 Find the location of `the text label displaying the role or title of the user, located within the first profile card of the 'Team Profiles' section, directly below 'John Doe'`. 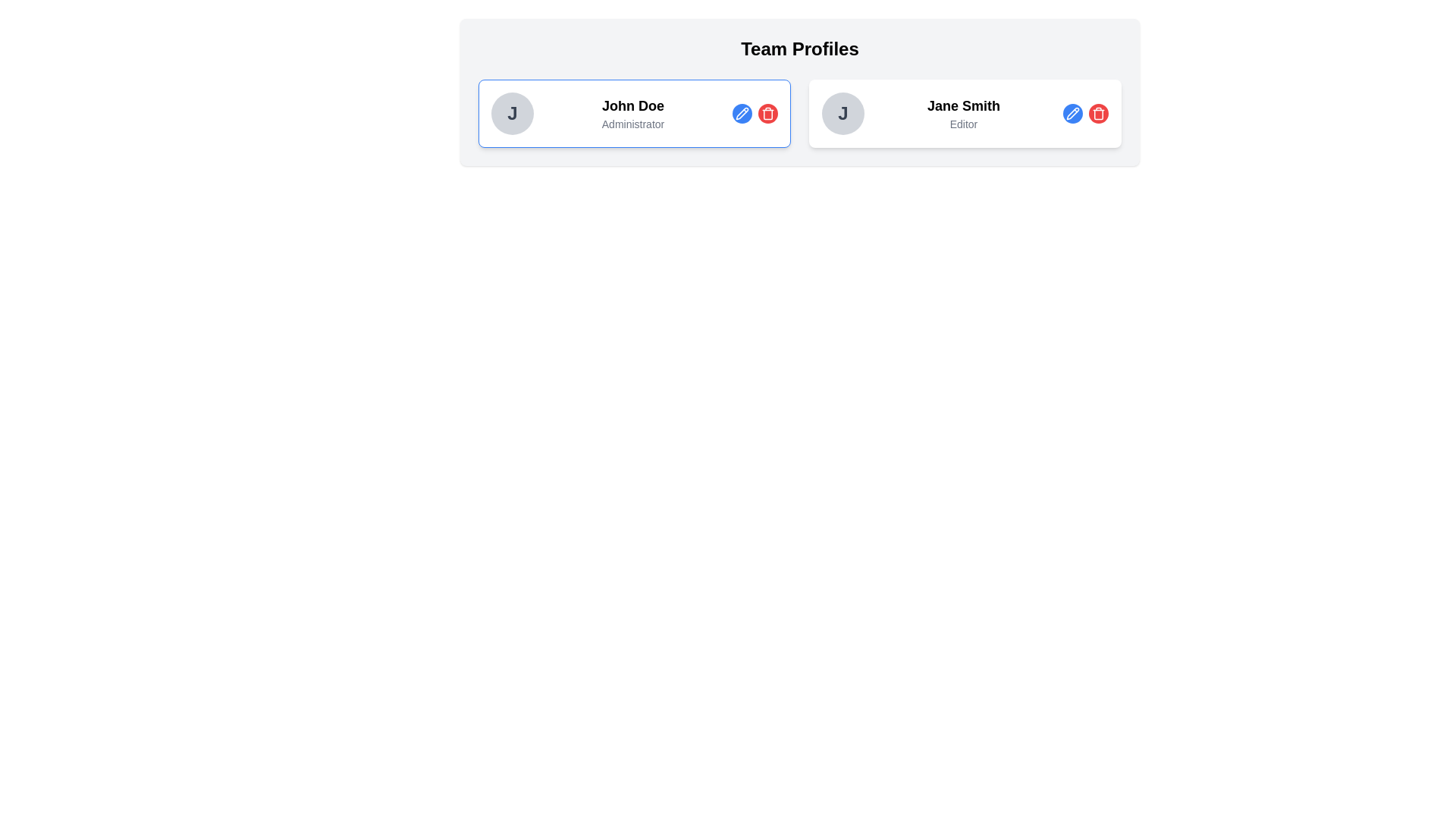

the text label displaying the role or title of the user, located within the first profile card of the 'Team Profiles' section, directly below 'John Doe' is located at coordinates (633, 124).